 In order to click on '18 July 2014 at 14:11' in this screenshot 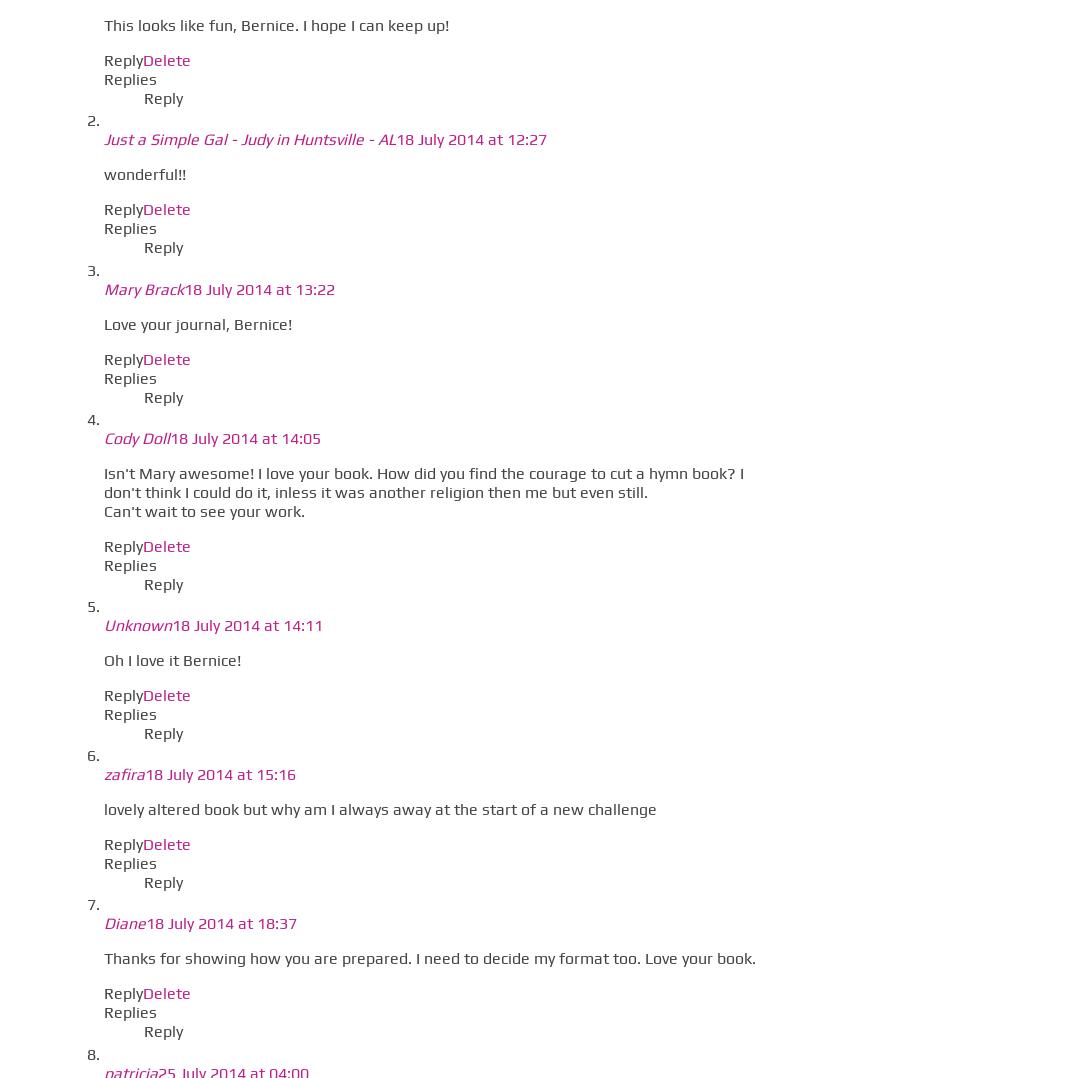, I will do `click(247, 623)`.